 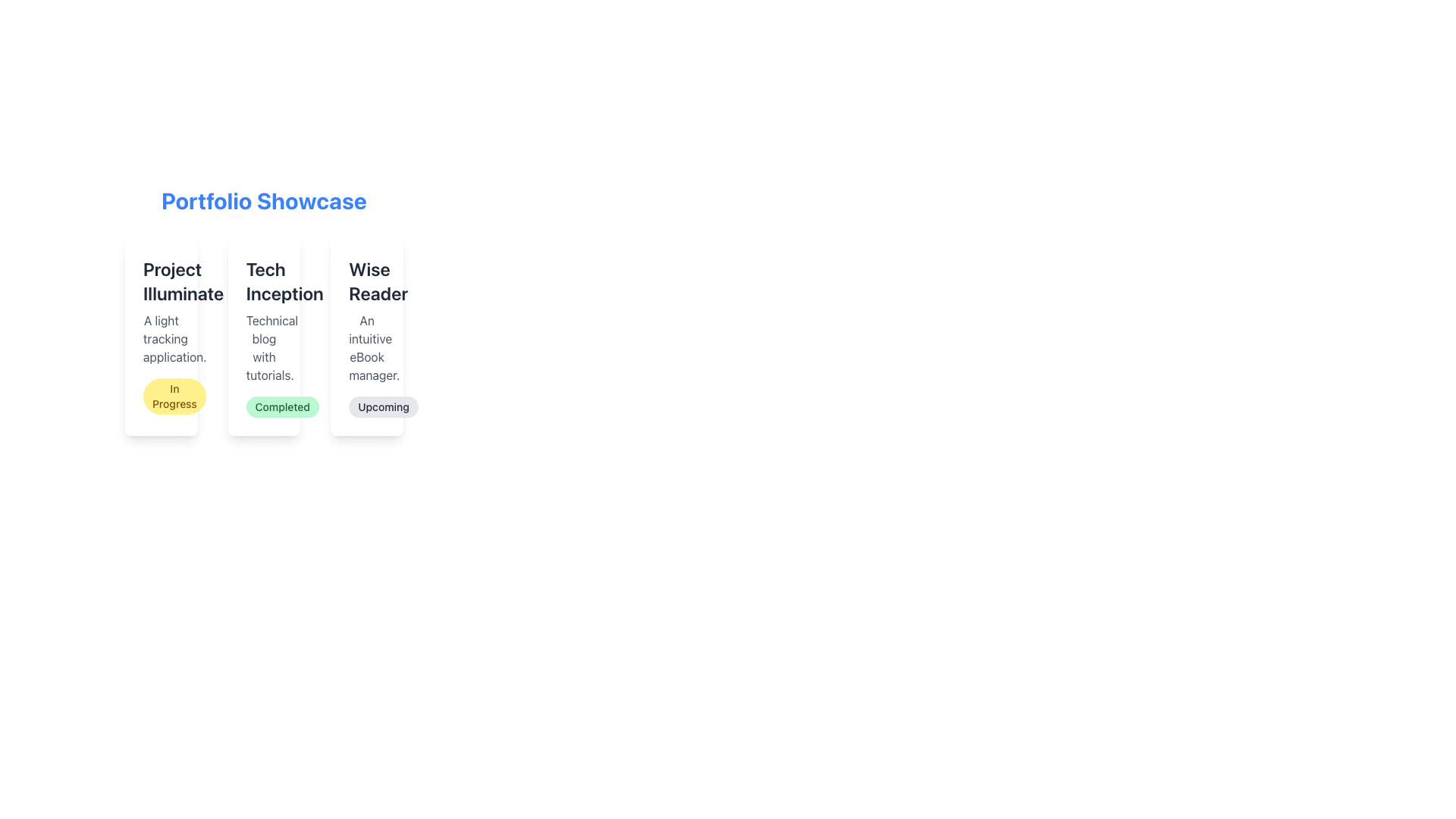 I want to click on the descriptive subtitle text for the 'Wise Reader' project, located below the title text 'Wise Reader' and above the status badge labeled 'Upcoming', so click(x=367, y=348).